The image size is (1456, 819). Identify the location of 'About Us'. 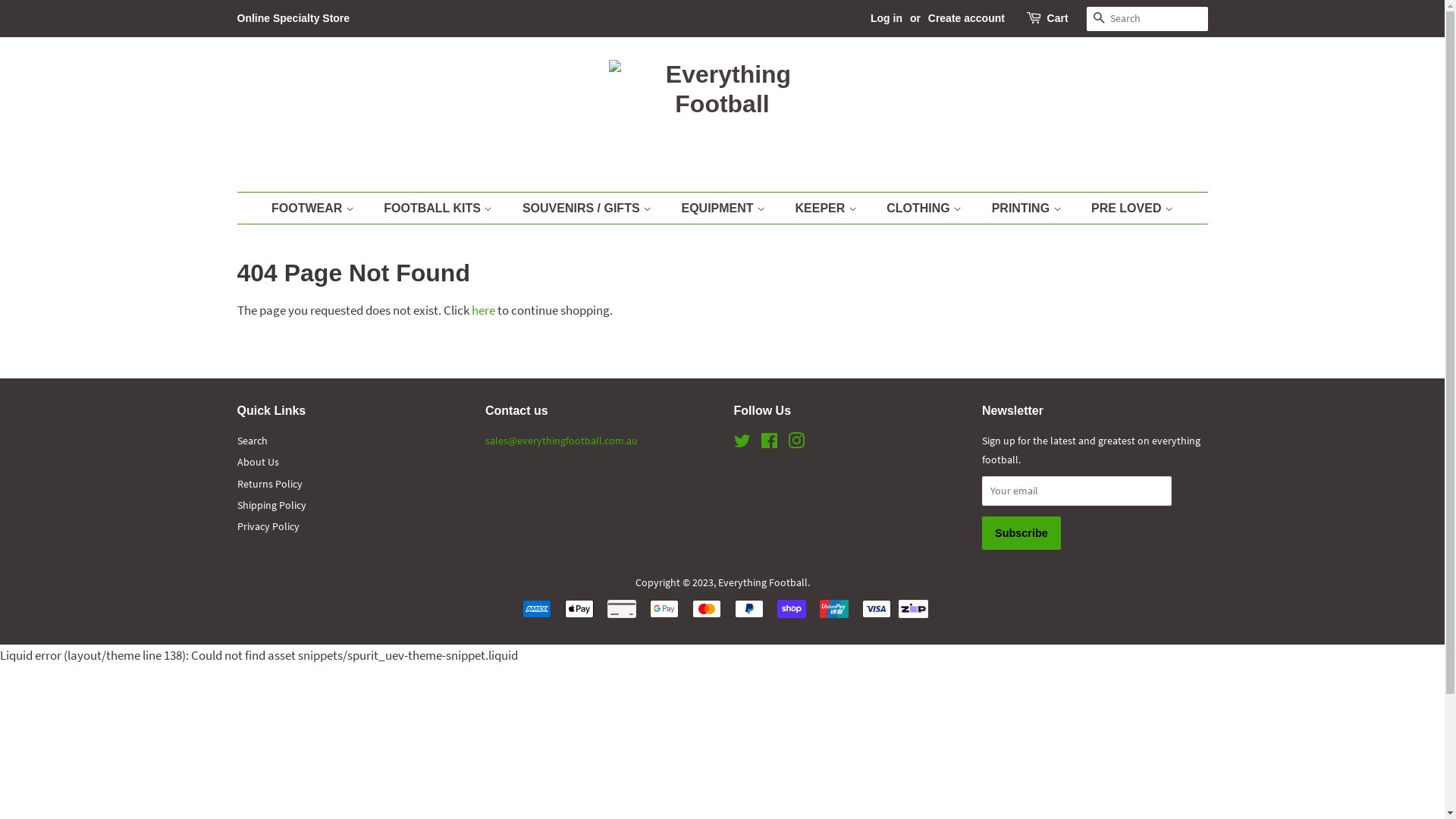
(257, 461).